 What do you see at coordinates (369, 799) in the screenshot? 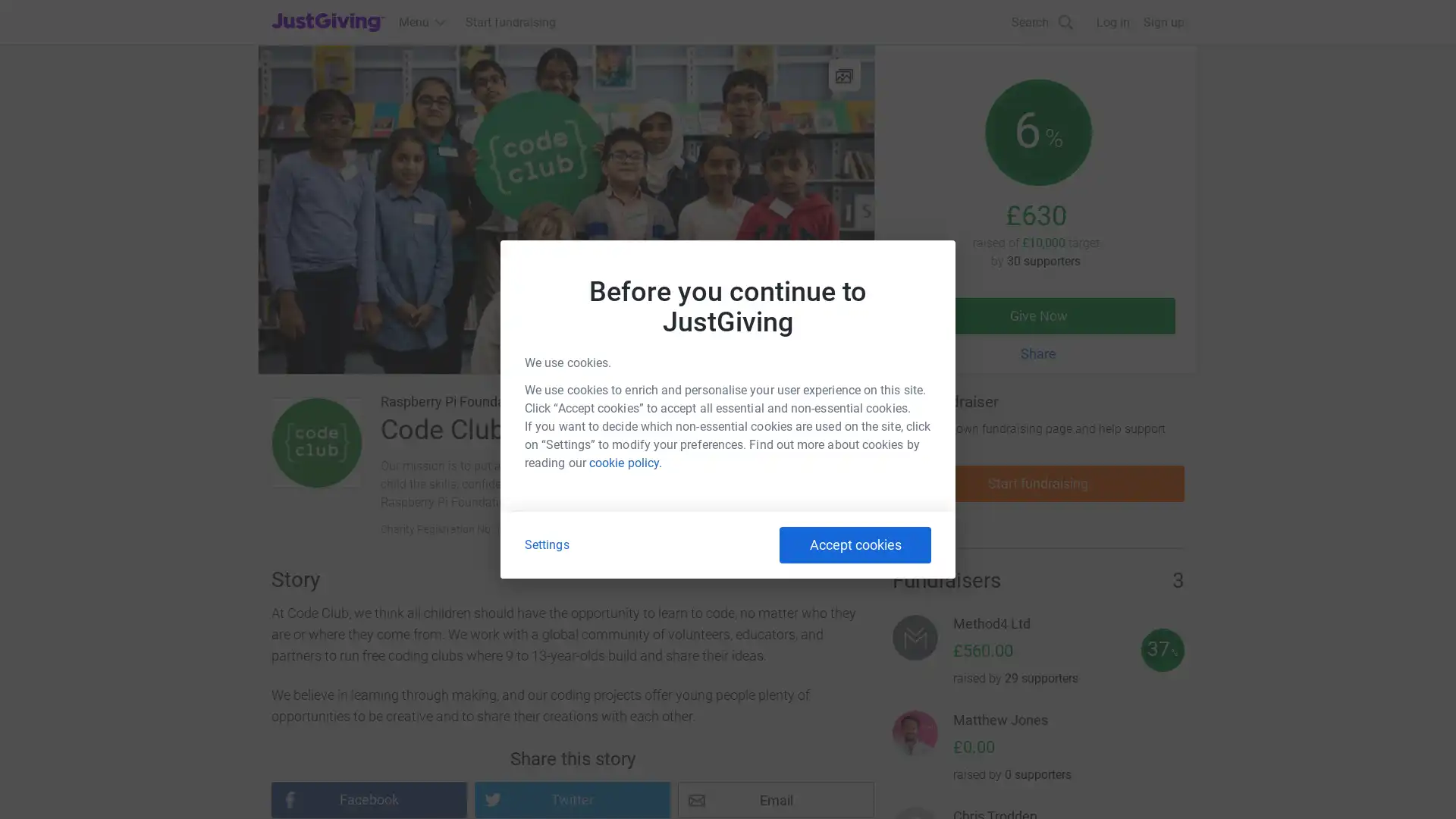
I see `Facebook` at bounding box center [369, 799].